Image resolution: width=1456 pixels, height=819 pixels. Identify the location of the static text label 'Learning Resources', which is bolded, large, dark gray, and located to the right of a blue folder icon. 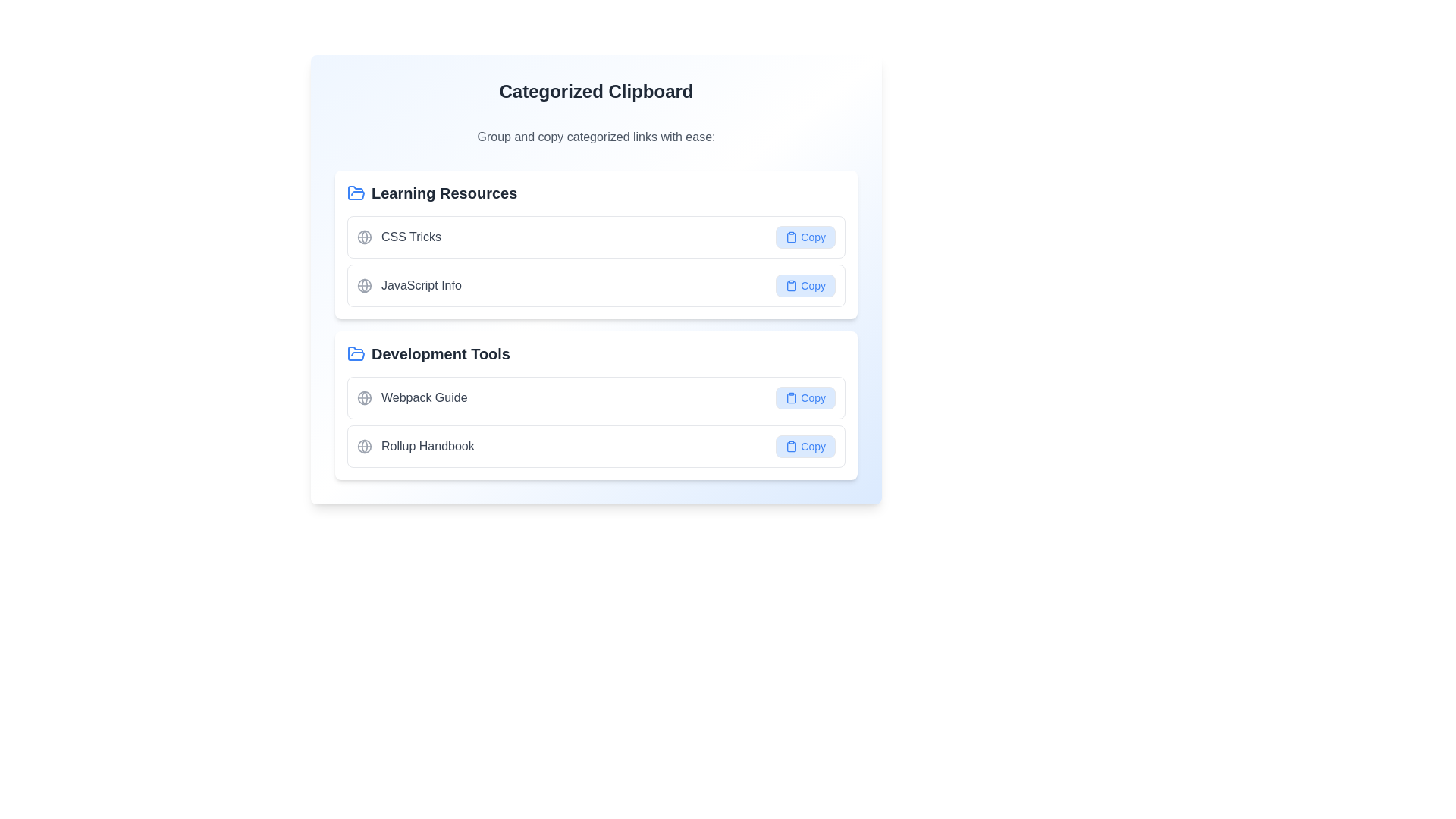
(444, 192).